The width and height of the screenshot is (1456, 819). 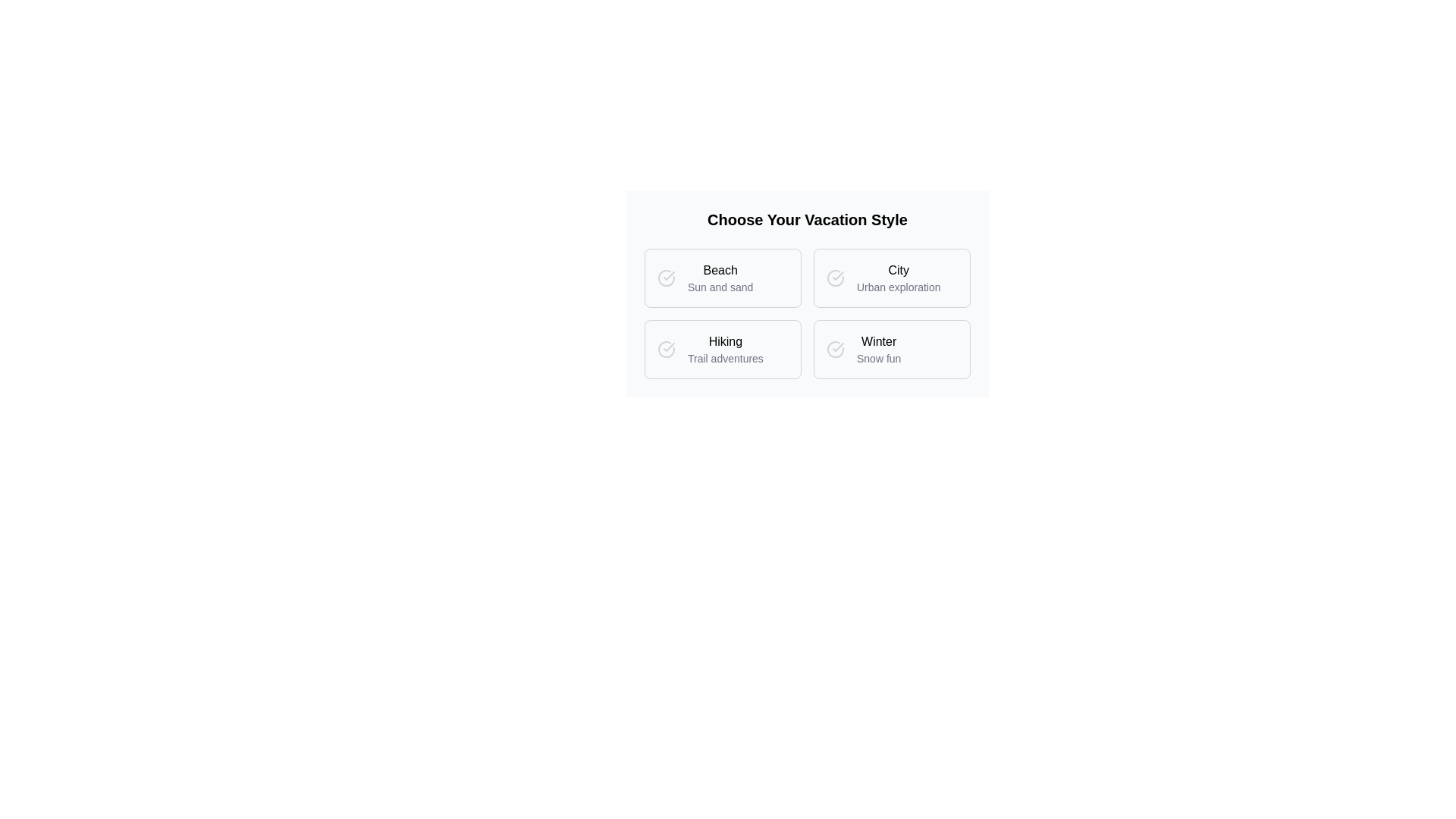 I want to click on header text element stating 'Choose Your Vacation Style', which is a bold, large-sized text label centrally aligned at the top of the interface, so click(x=807, y=219).